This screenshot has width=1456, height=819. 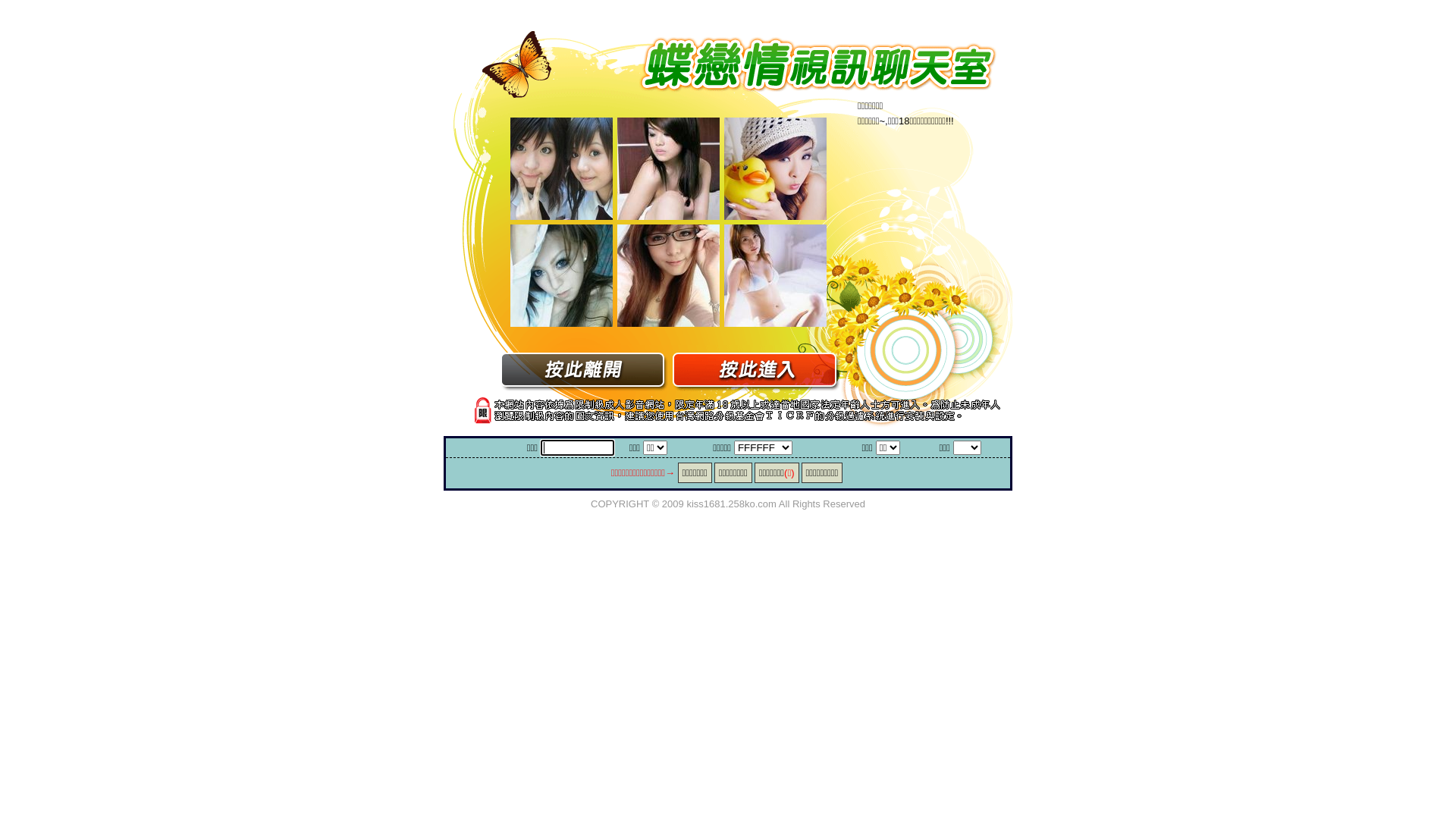 I want to click on 'kiss1681.258ko.com', so click(x=731, y=503).